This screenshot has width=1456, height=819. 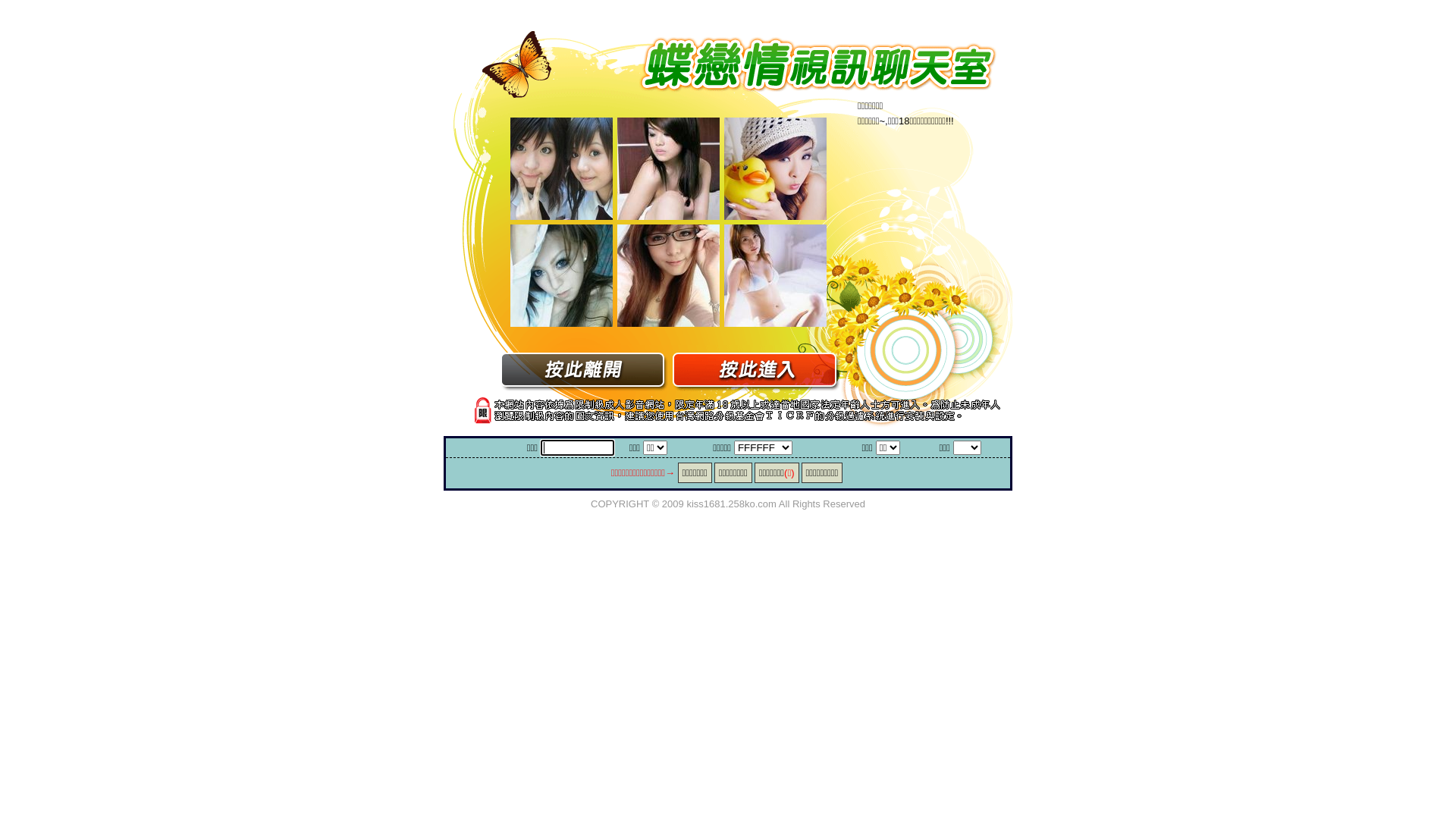 I want to click on 'kiss1681.258ko.com', so click(x=731, y=503).